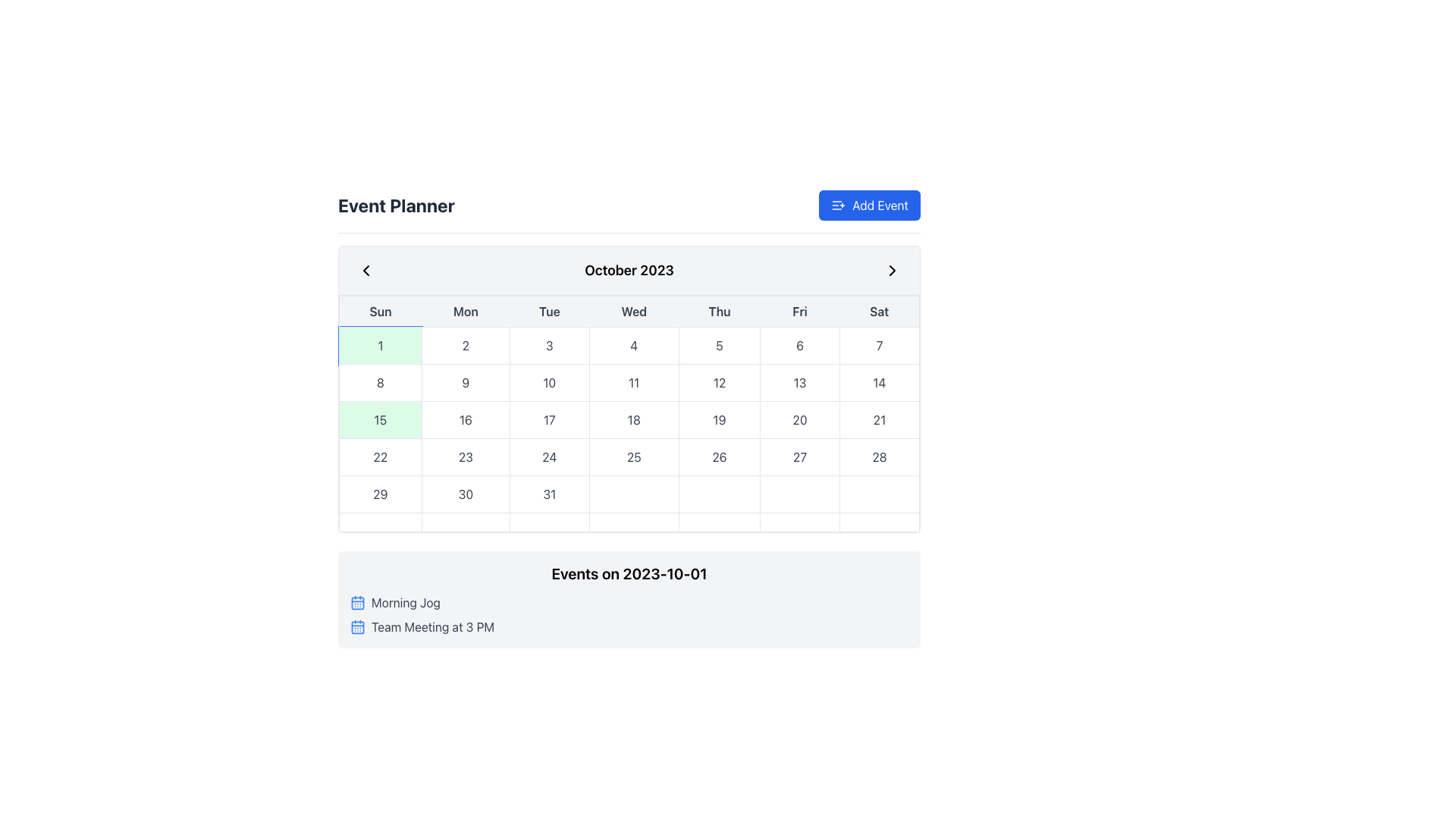 Image resolution: width=1456 pixels, height=819 pixels. Describe the element at coordinates (356, 626) in the screenshot. I see `the calendar icon that indicates 'Team Meeting at 3 PM', positioned at the bottom section of the interface` at that location.